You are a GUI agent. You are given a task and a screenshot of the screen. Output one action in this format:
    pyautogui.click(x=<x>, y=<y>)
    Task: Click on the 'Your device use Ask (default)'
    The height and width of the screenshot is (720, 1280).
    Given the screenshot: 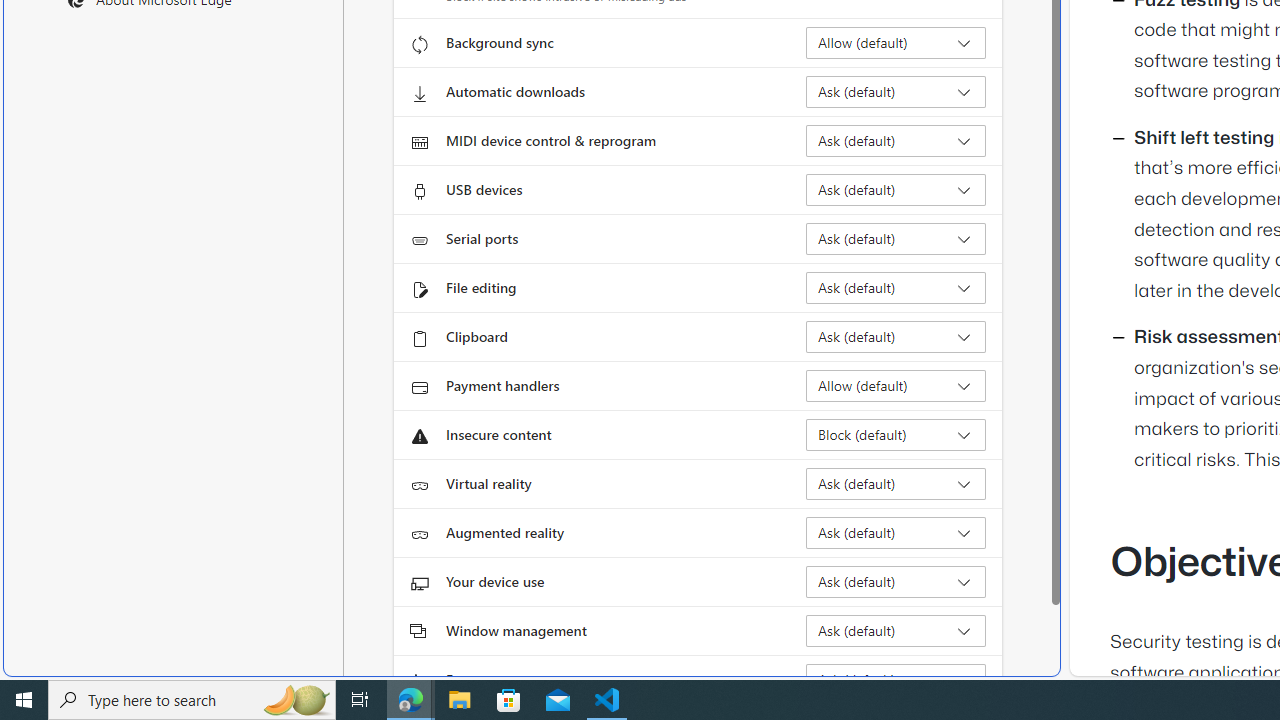 What is the action you would take?
    pyautogui.click(x=895, y=582)
    